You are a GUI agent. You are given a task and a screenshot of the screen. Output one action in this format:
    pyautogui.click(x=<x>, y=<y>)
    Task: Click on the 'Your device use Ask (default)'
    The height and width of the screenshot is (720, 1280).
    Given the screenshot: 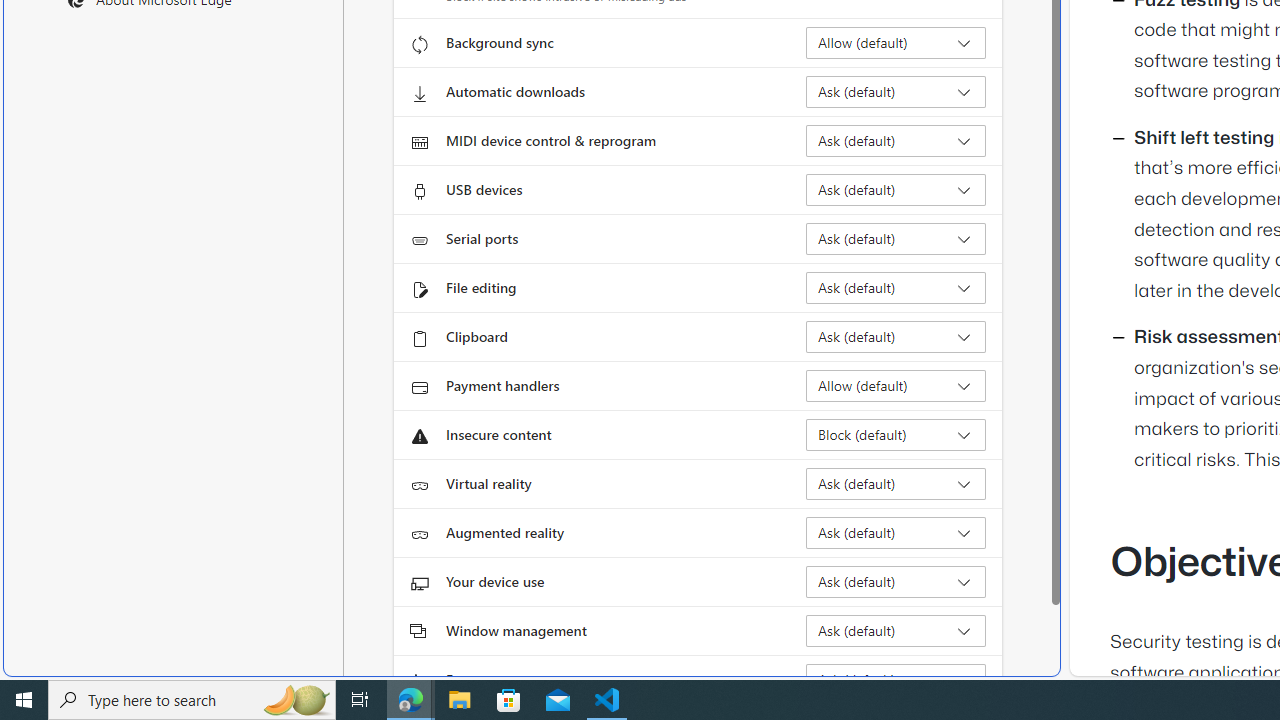 What is the action you would take?
    pyautogui.click(x=895, y=582)
    